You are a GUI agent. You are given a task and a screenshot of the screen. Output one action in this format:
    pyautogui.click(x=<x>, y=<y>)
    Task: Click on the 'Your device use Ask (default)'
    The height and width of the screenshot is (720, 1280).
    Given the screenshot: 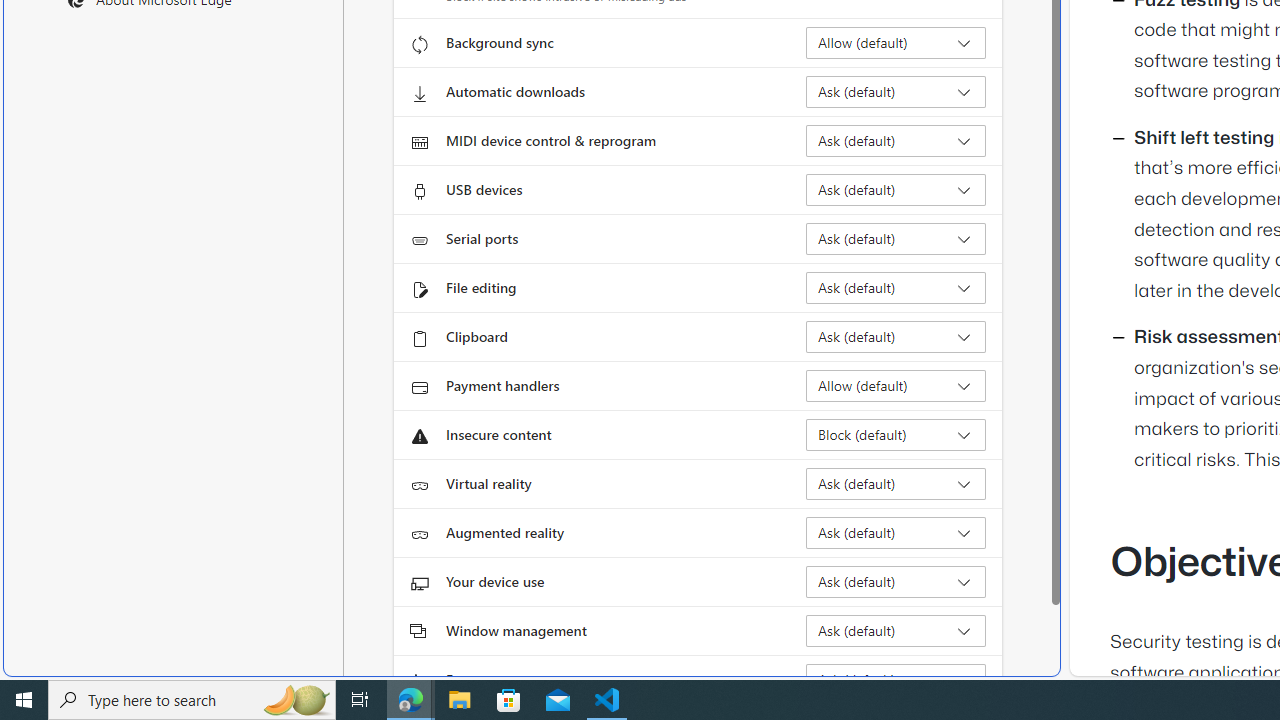 What is the action you would take?
    pyautogui.click(x=895, y=582)
    